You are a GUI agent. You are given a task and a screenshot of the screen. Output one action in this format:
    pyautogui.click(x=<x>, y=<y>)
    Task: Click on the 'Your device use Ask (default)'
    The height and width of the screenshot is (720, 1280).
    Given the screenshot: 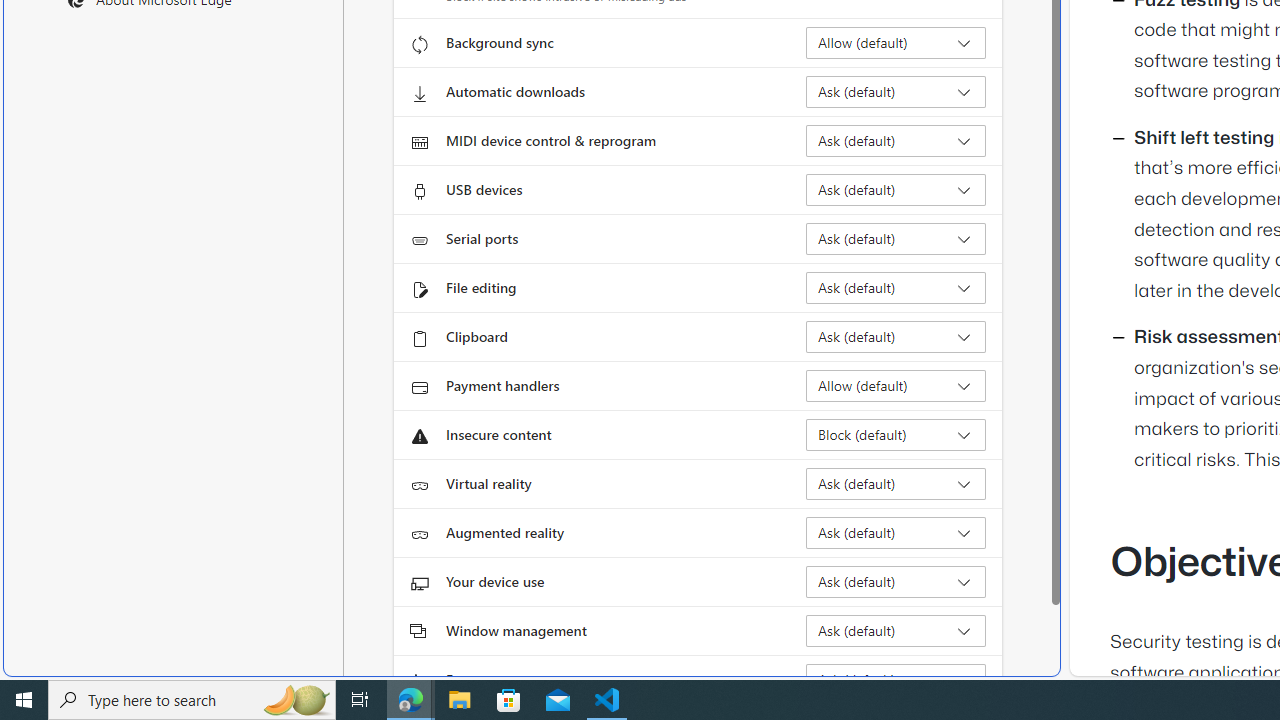 What is the action you would take?
    pyautogui.click(x=895, y=582)
    